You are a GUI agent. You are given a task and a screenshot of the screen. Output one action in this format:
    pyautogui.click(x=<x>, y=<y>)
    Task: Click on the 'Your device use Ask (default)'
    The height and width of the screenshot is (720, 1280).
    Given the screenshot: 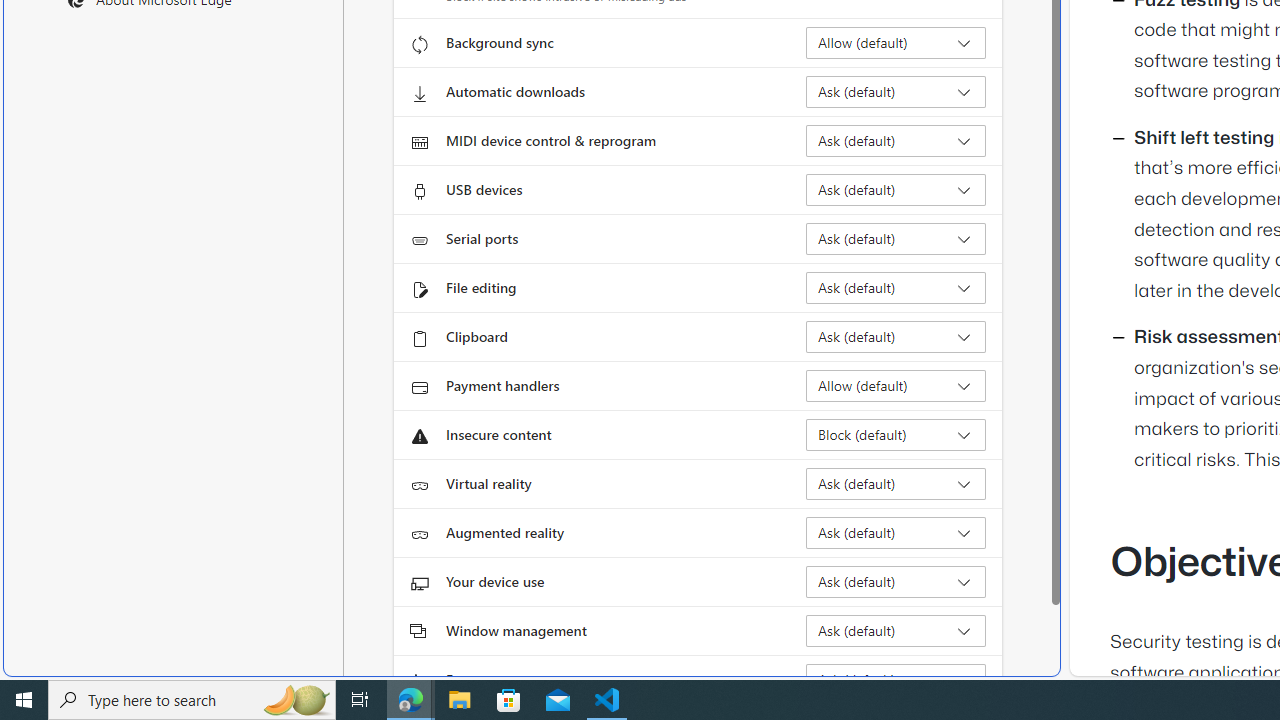 What is the action you would take?
    pyautogui.click(x=895, y=582)
    